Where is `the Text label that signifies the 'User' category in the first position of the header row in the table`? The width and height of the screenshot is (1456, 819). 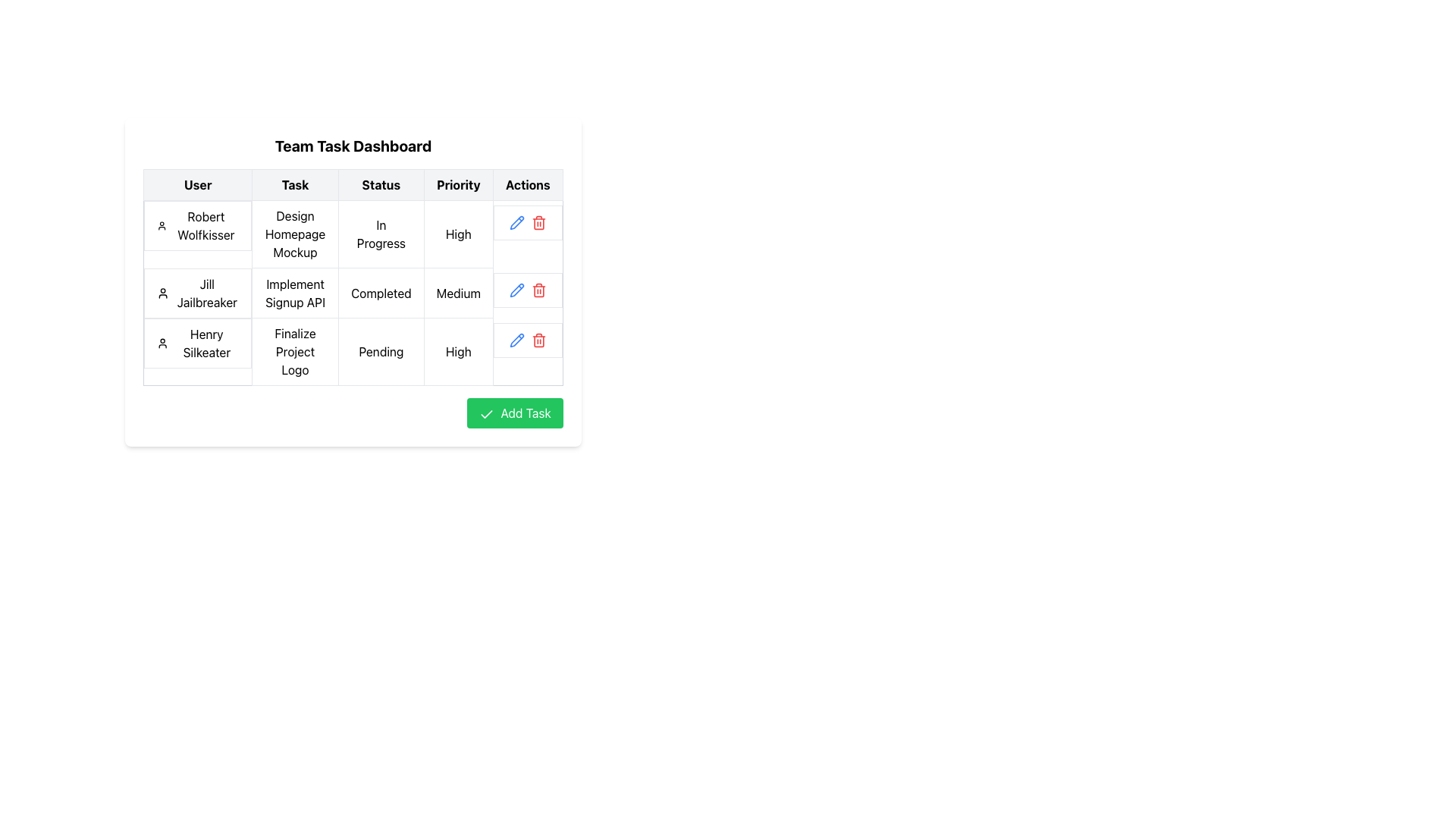
the Text label that signifies the 'User' category in the first position of the header row in the table is located at coordinates (197, 184).